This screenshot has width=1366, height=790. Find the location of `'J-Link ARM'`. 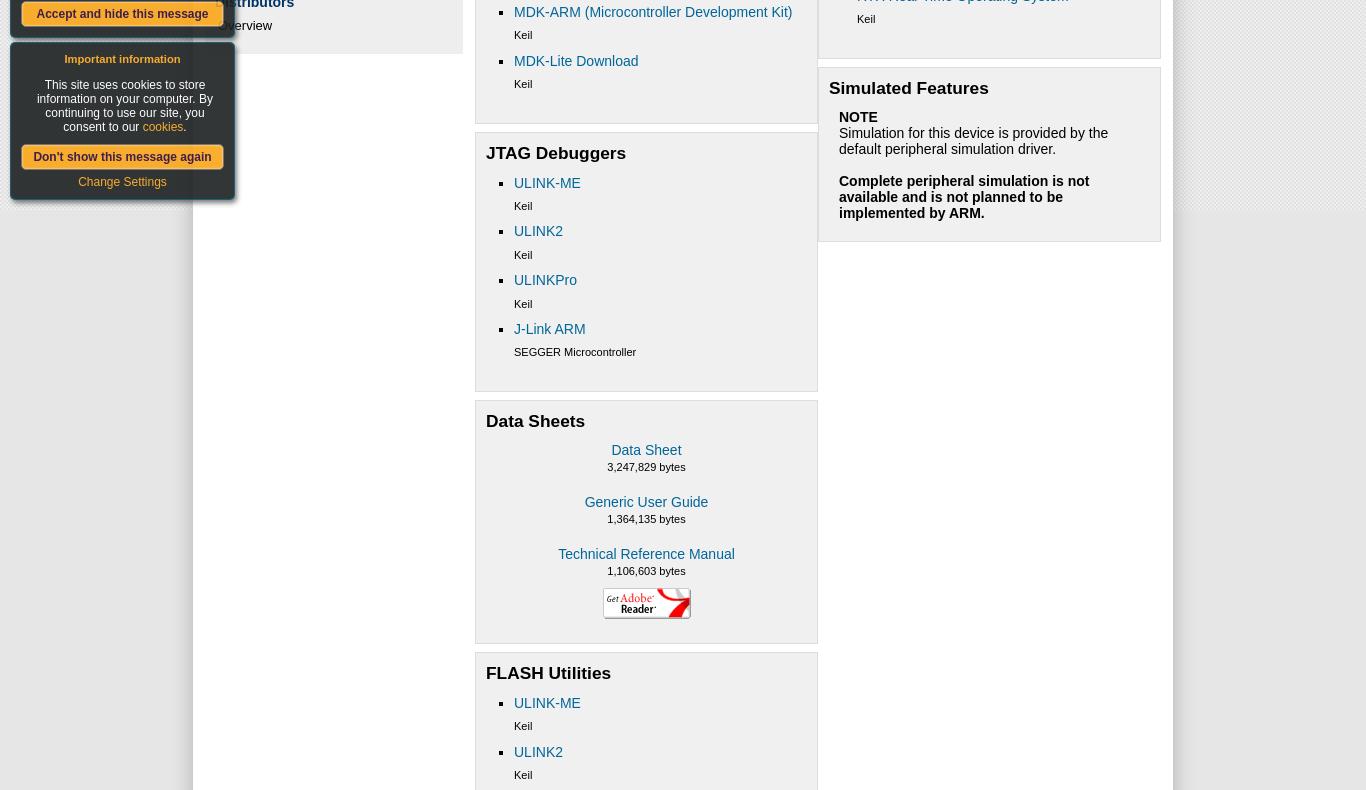

'J-Link ARM' is located at coordinates (514, 327).